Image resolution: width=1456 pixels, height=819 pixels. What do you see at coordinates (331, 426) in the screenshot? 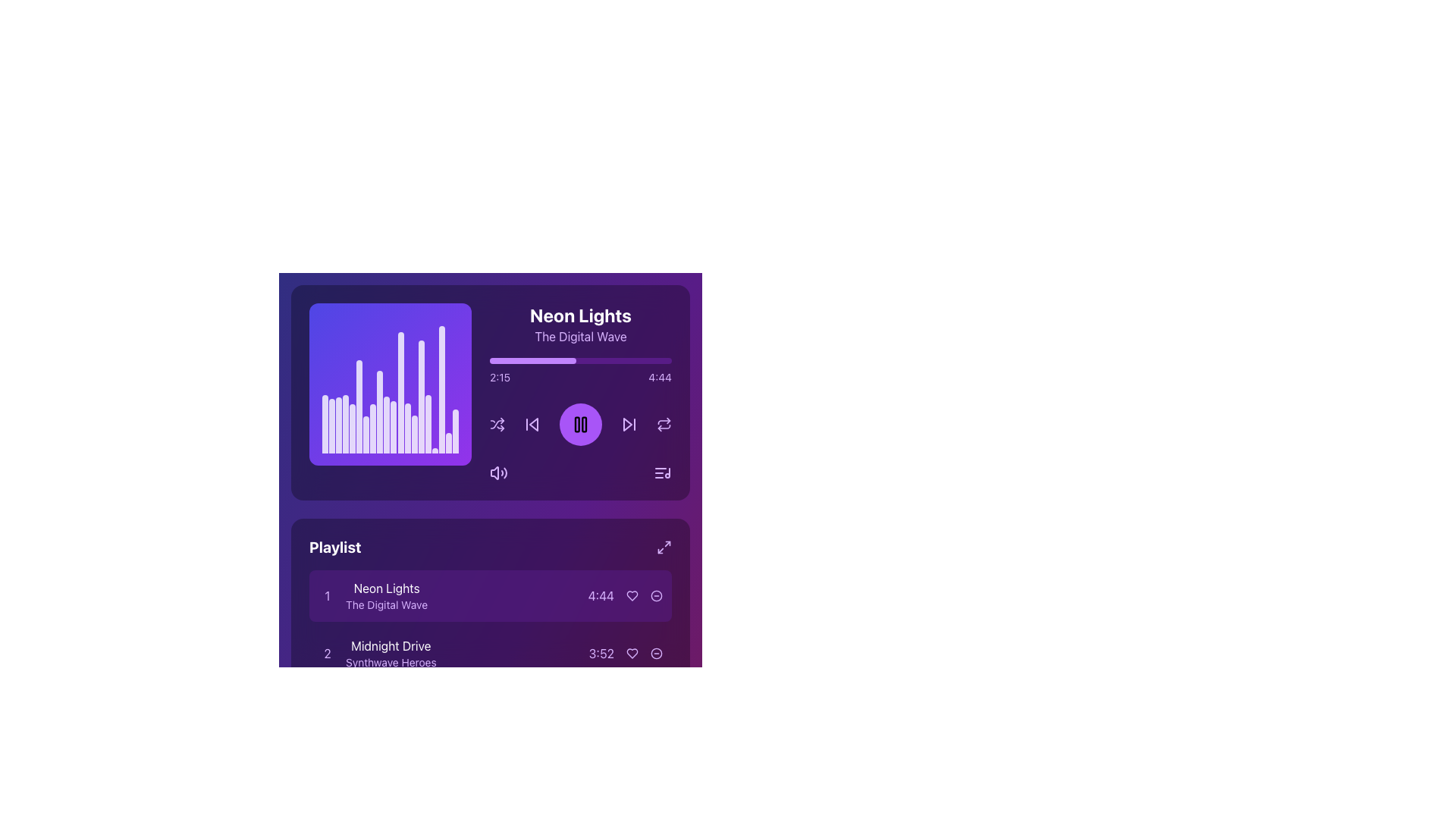
I see `the second vertical Visualizer bar, which is a narrow rectangular bar with a white color and rounded top edge, located in the top-left section of the interface` at bounding box center [331, 426].